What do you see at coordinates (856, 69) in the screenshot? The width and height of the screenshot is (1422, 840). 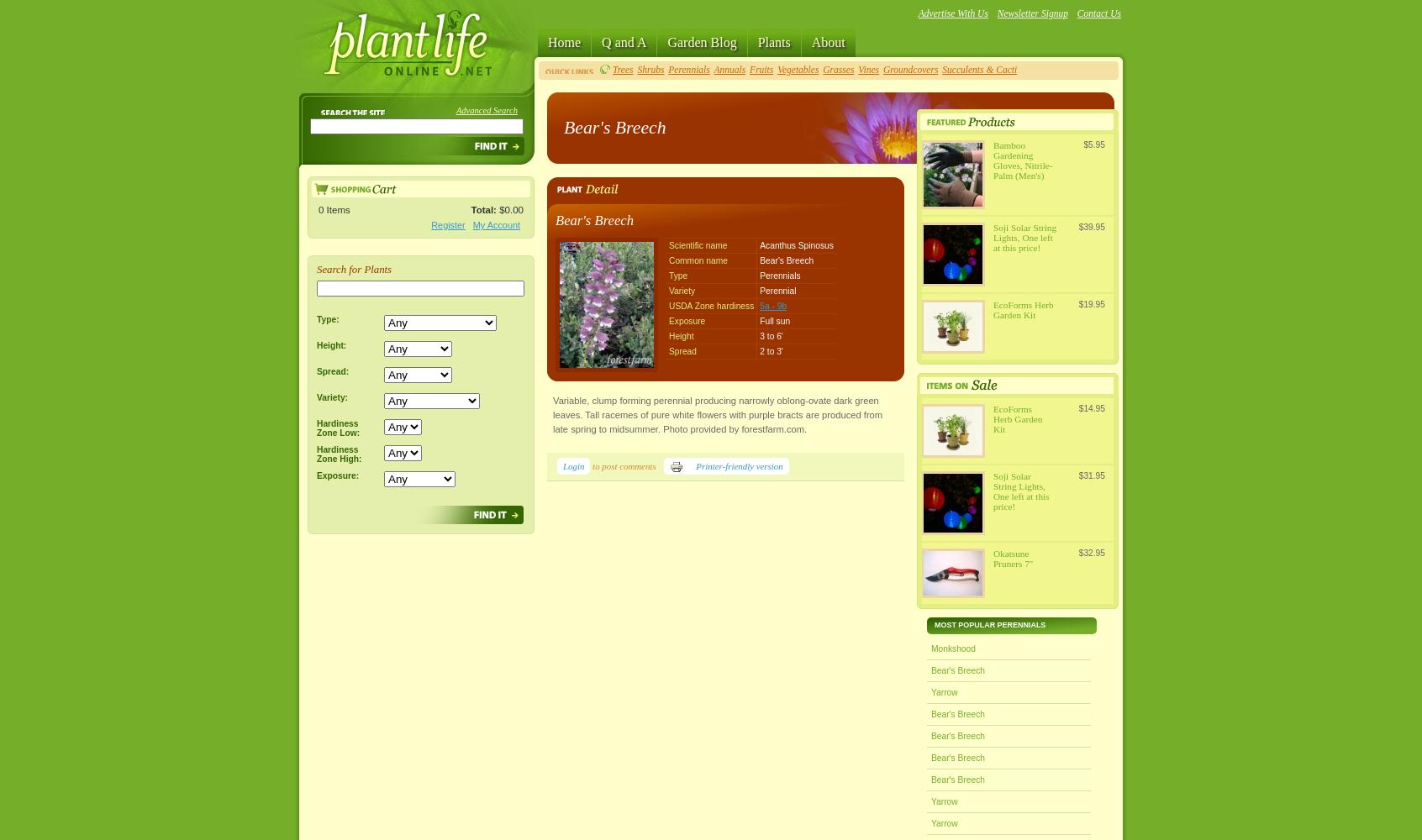 I see `'Vines'` at bounding box center [856, 69].